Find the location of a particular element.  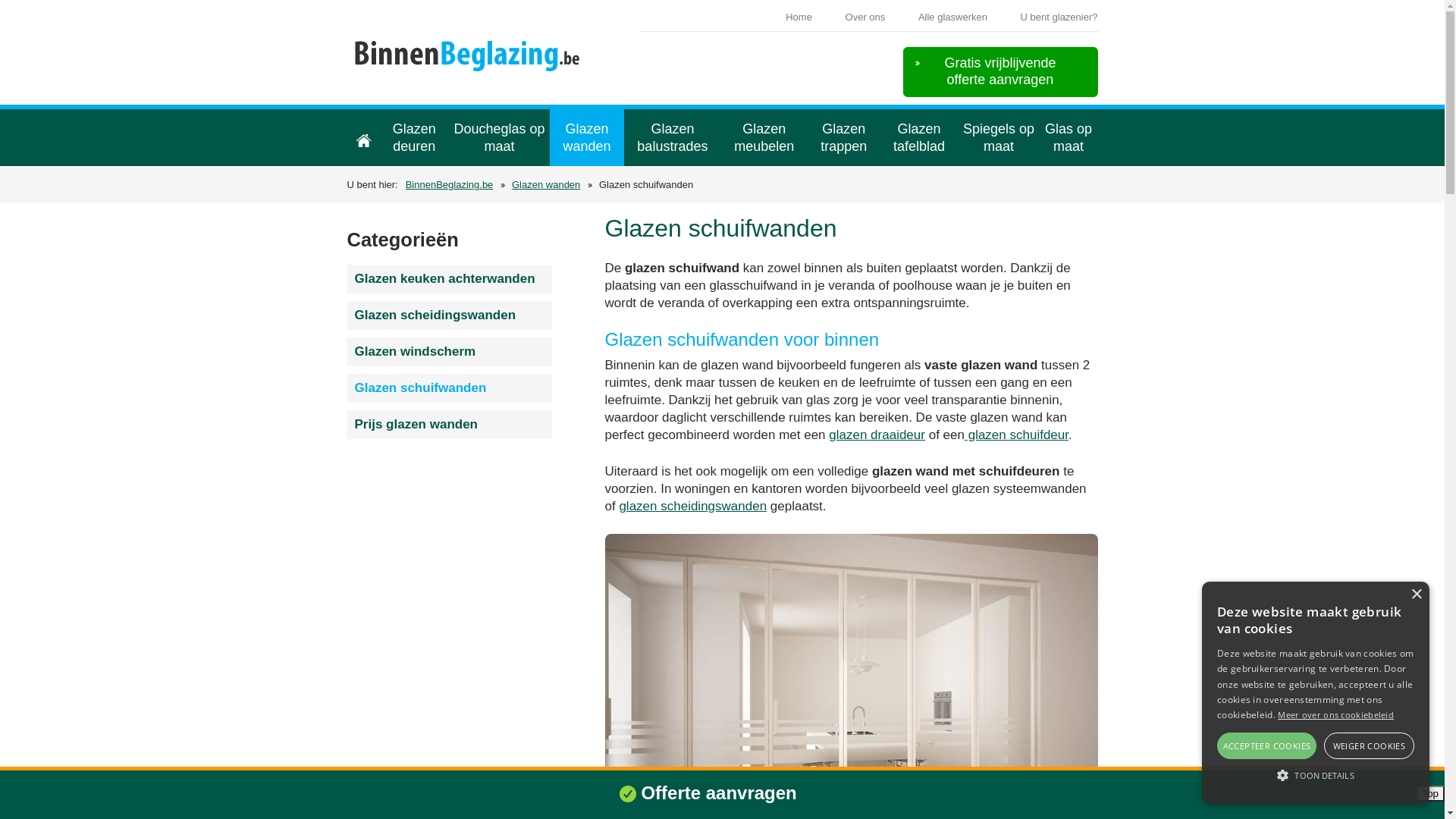

'Meer over ons cookiebeleid' is located at coordinates (1276, 714).